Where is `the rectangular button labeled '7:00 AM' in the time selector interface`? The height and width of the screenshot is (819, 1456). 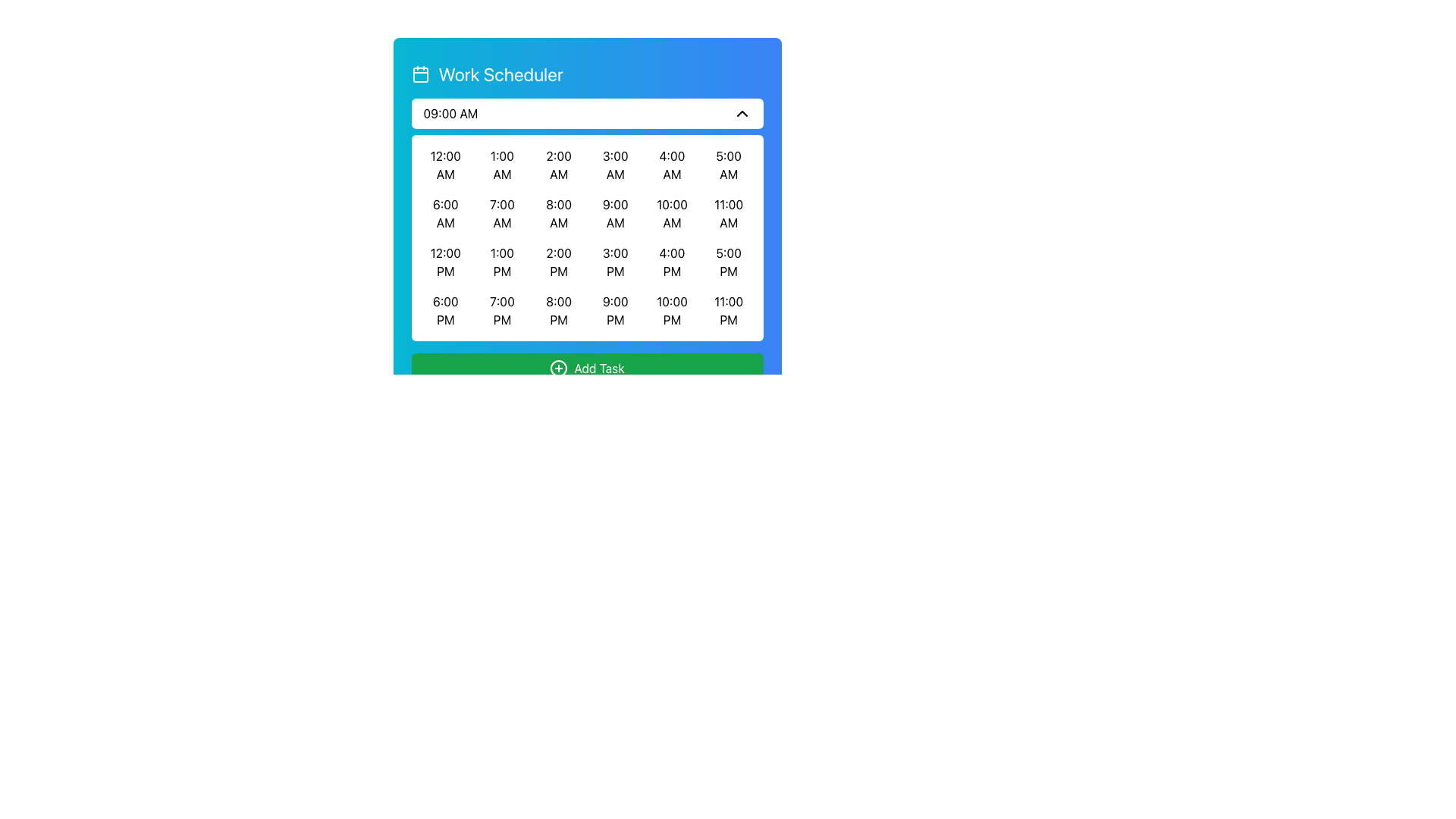
the rectangular button labeled '7:00 AM' in the time selector interface is located at coordinates (502, 213).